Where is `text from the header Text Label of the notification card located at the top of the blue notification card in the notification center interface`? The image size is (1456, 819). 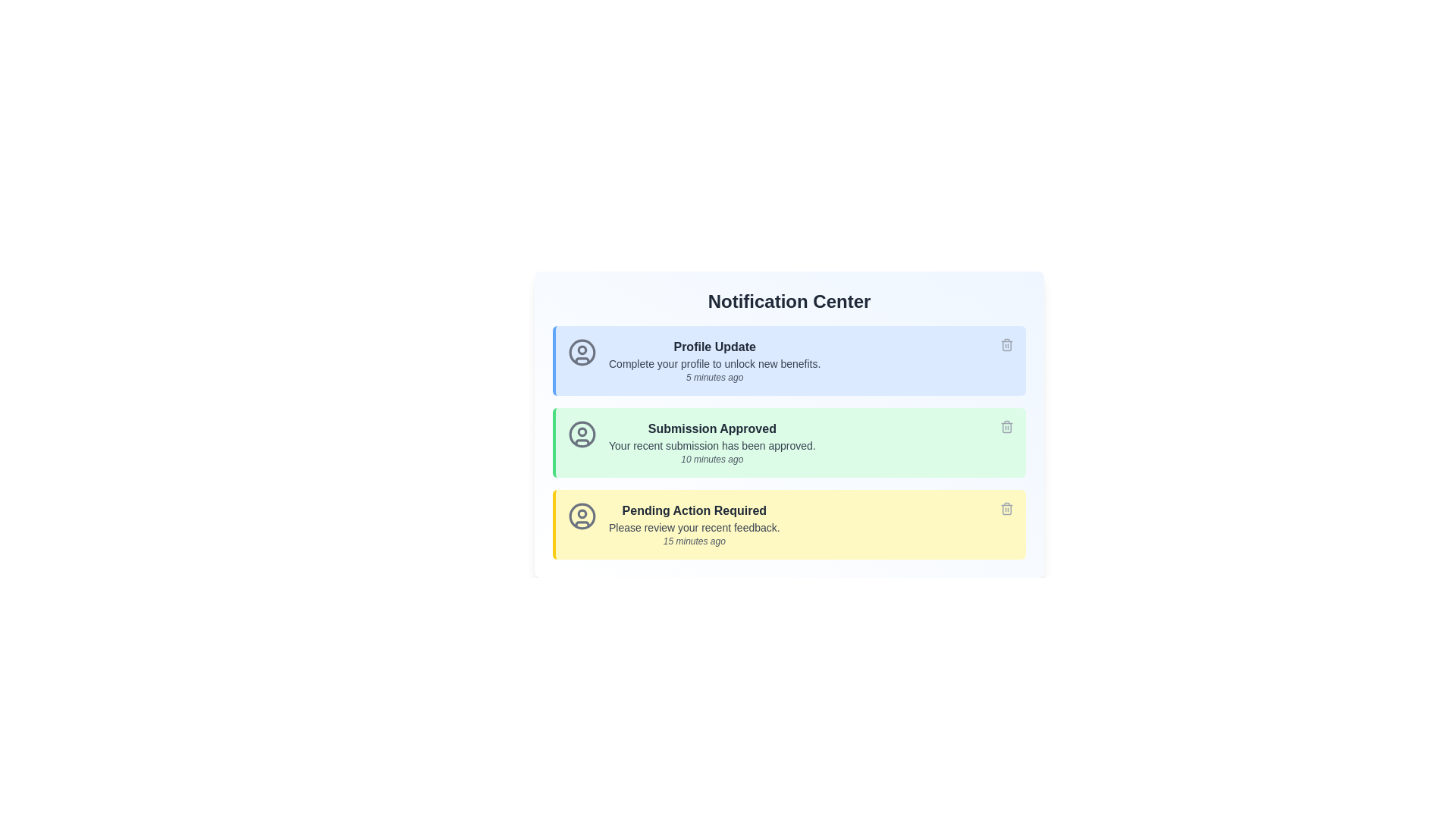 text from the header Text Label of the notification card located at the top of the blue notification card in the notification center interface is located at coordinates (714, 347).